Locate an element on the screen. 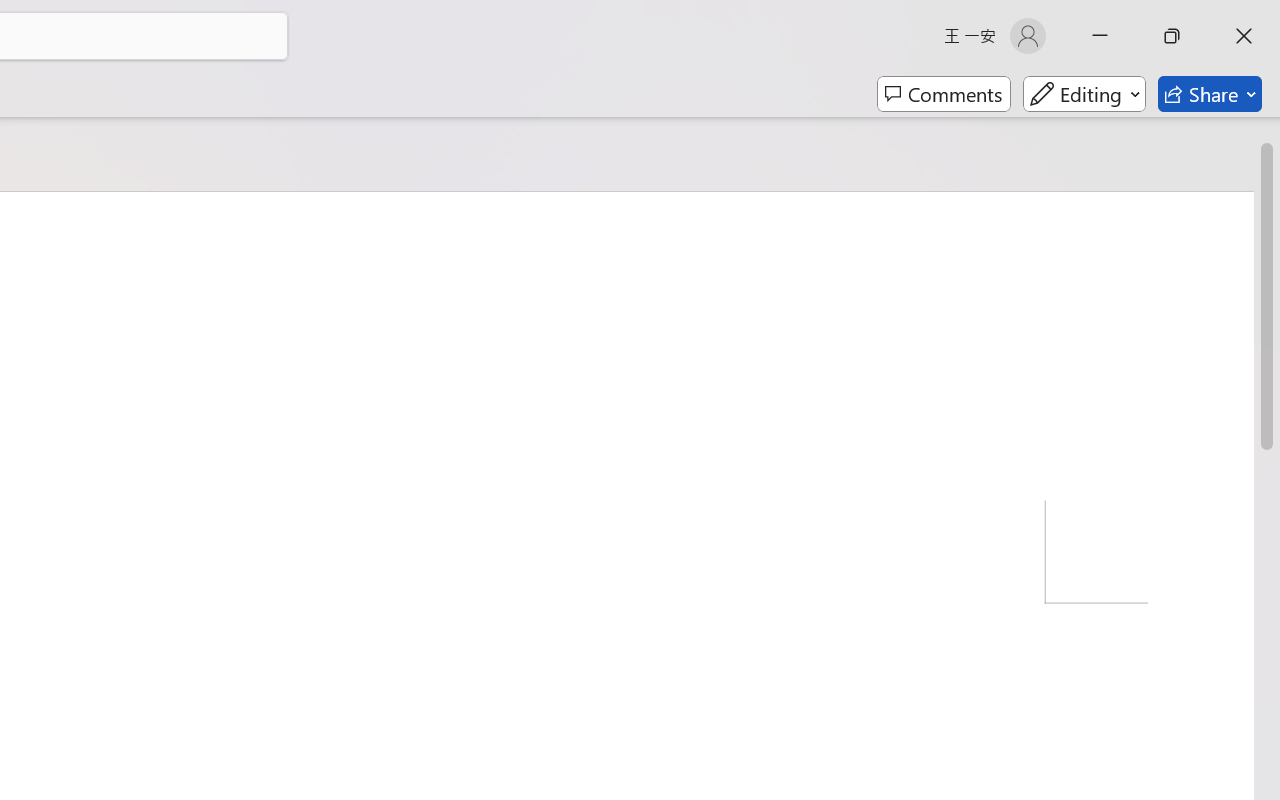 This screenshot has width=1280, height=800. 'Close' is located at coordinates (1243, 35).